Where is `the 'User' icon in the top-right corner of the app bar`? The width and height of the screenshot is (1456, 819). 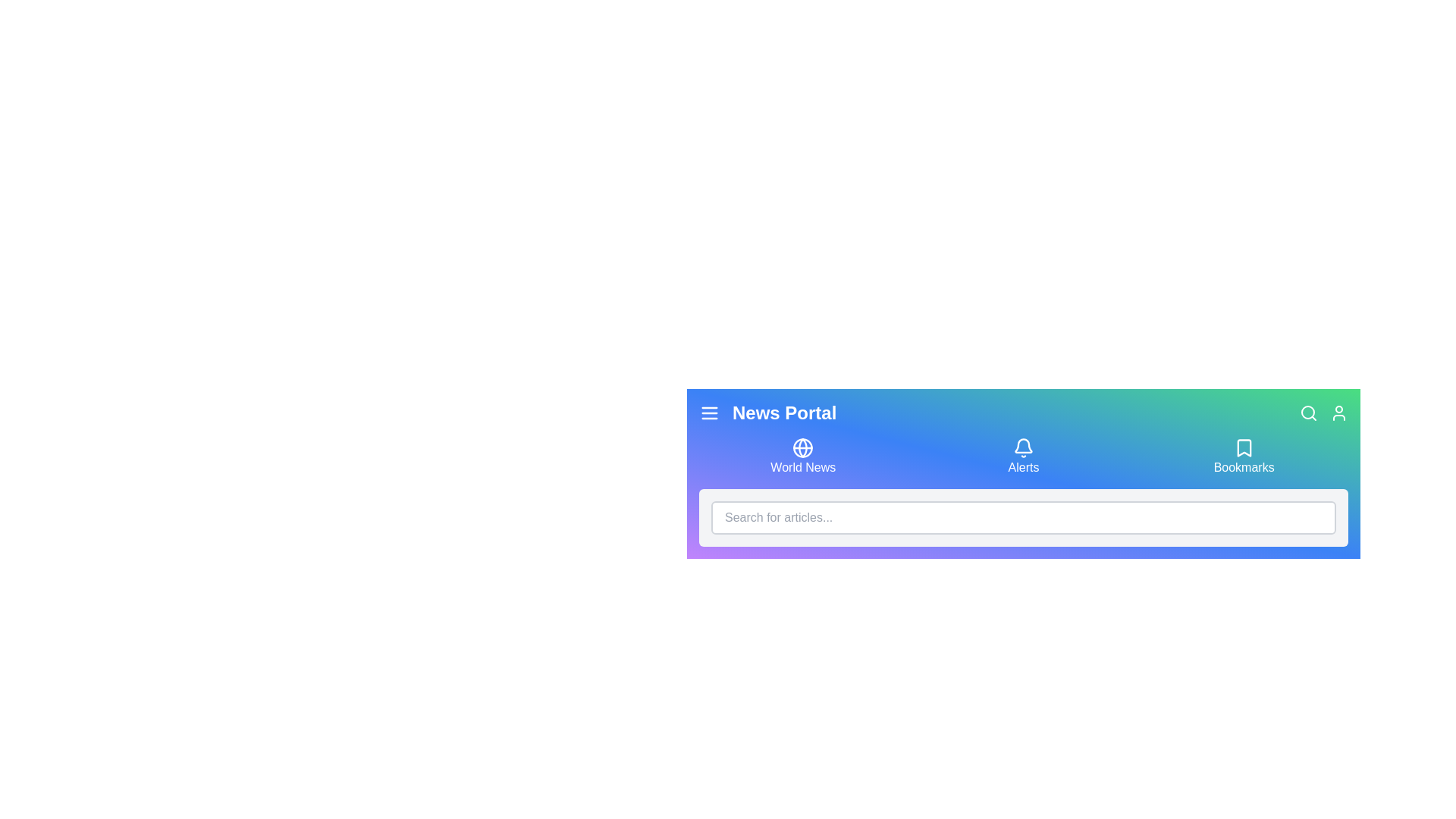
the 'User' icon in the top-right corner of the app bar is located at coordinates (1339, 413).